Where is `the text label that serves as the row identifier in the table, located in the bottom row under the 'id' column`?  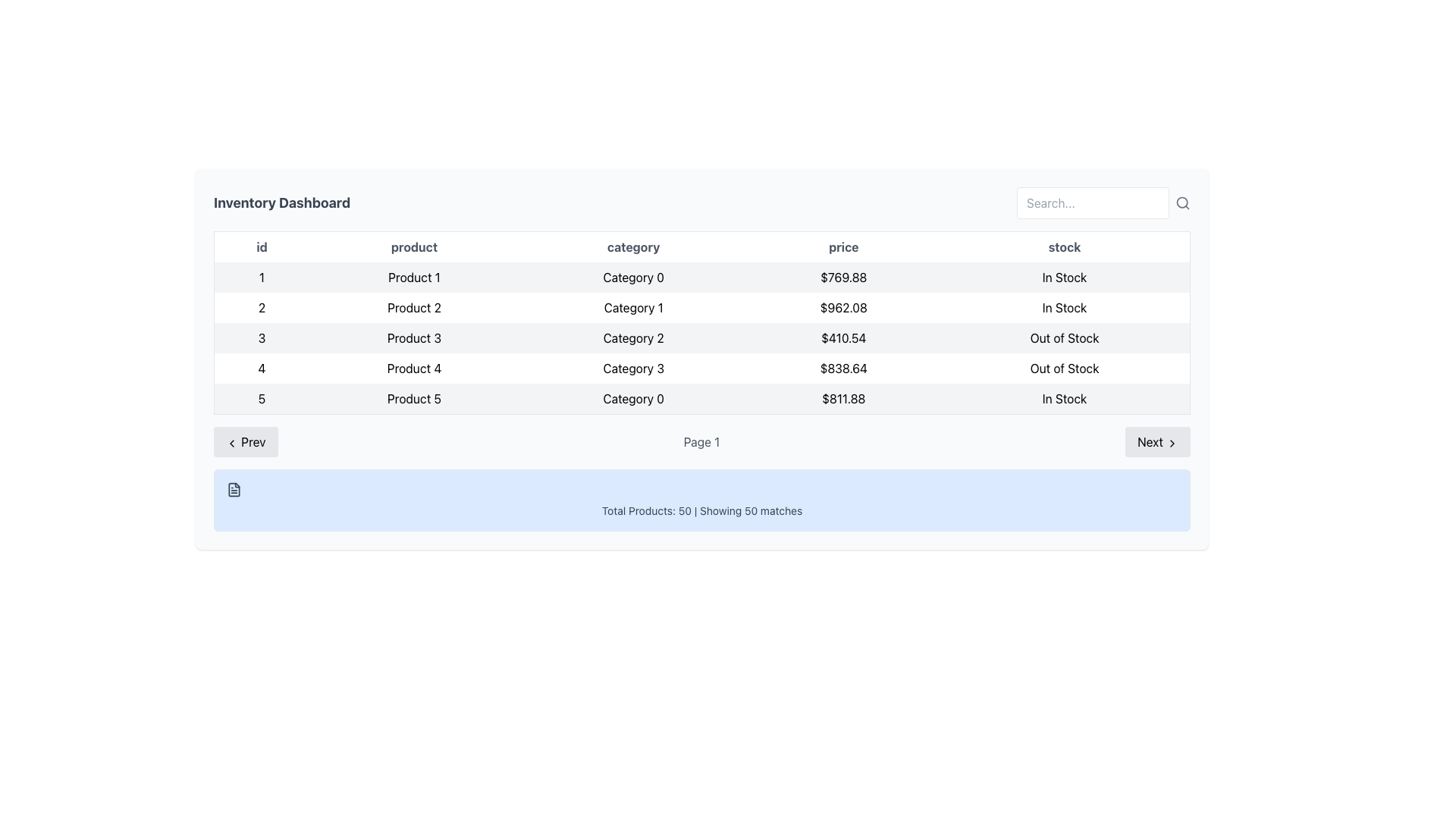
the text label that serves as the row identifier in the table, located in the bottom row under the 'id' column is located at coordinates (262, 398).